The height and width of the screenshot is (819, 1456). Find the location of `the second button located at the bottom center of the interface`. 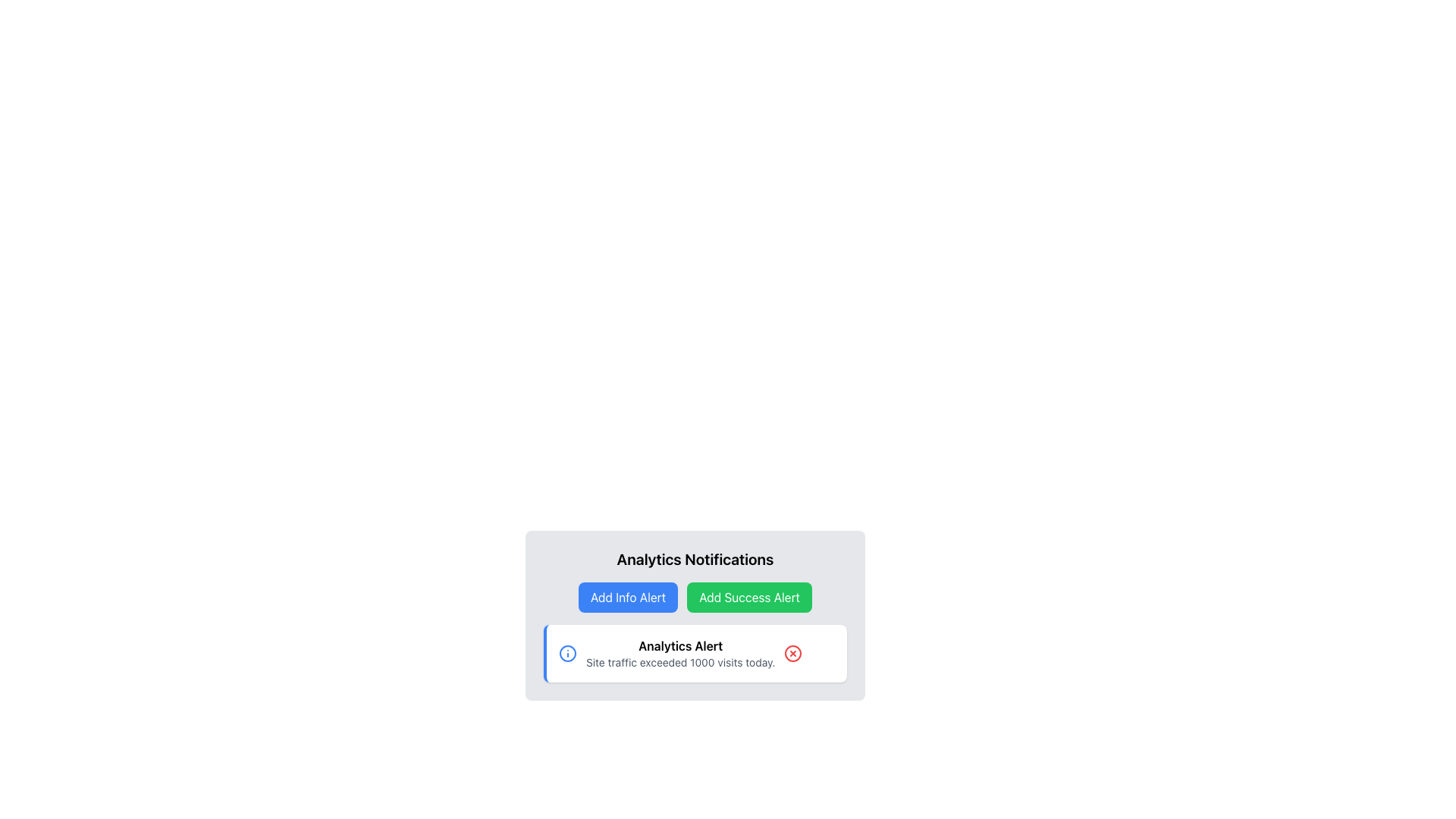

the second button located at the bottom center of the interface is located at coordinates (749, 596).